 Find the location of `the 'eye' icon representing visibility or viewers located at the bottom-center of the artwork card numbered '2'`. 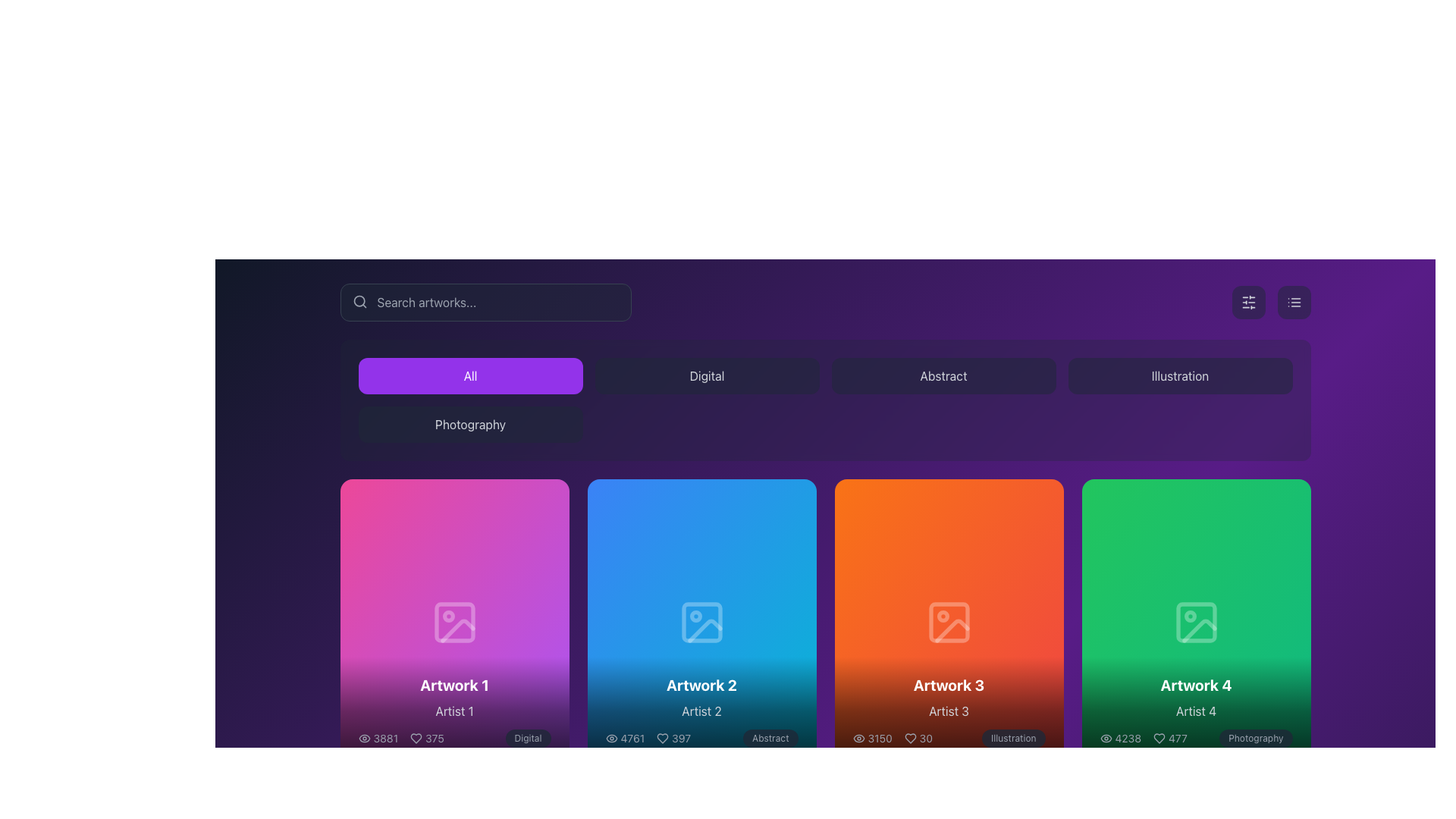

the 'eye' icon representing visibility or viewers located at the bottom-center of the artwork card numbered '2' is located at coordinates (611, 737).